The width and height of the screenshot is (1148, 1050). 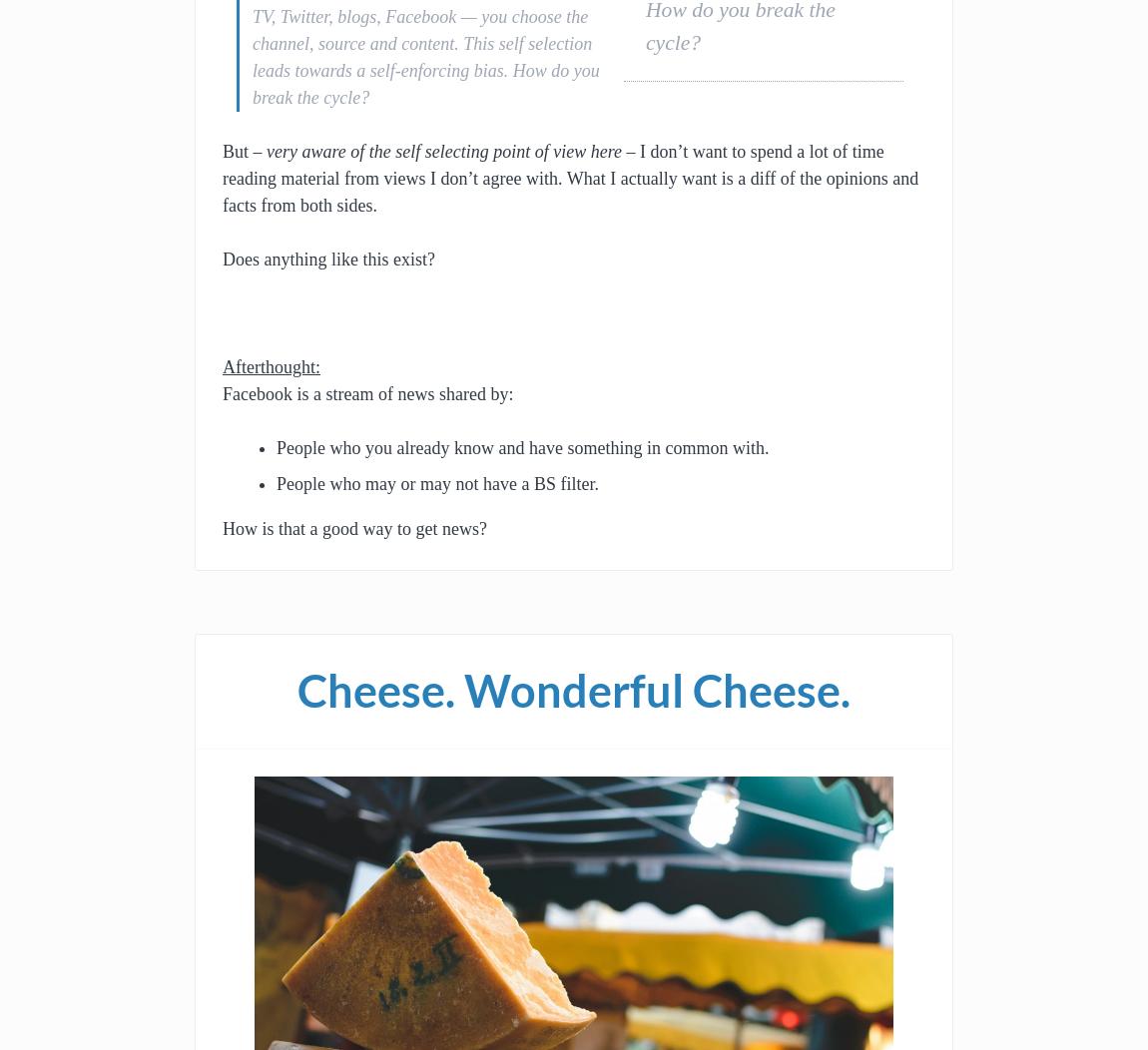 I want to click on 'Afterthought:', so click(x=270, y=366).